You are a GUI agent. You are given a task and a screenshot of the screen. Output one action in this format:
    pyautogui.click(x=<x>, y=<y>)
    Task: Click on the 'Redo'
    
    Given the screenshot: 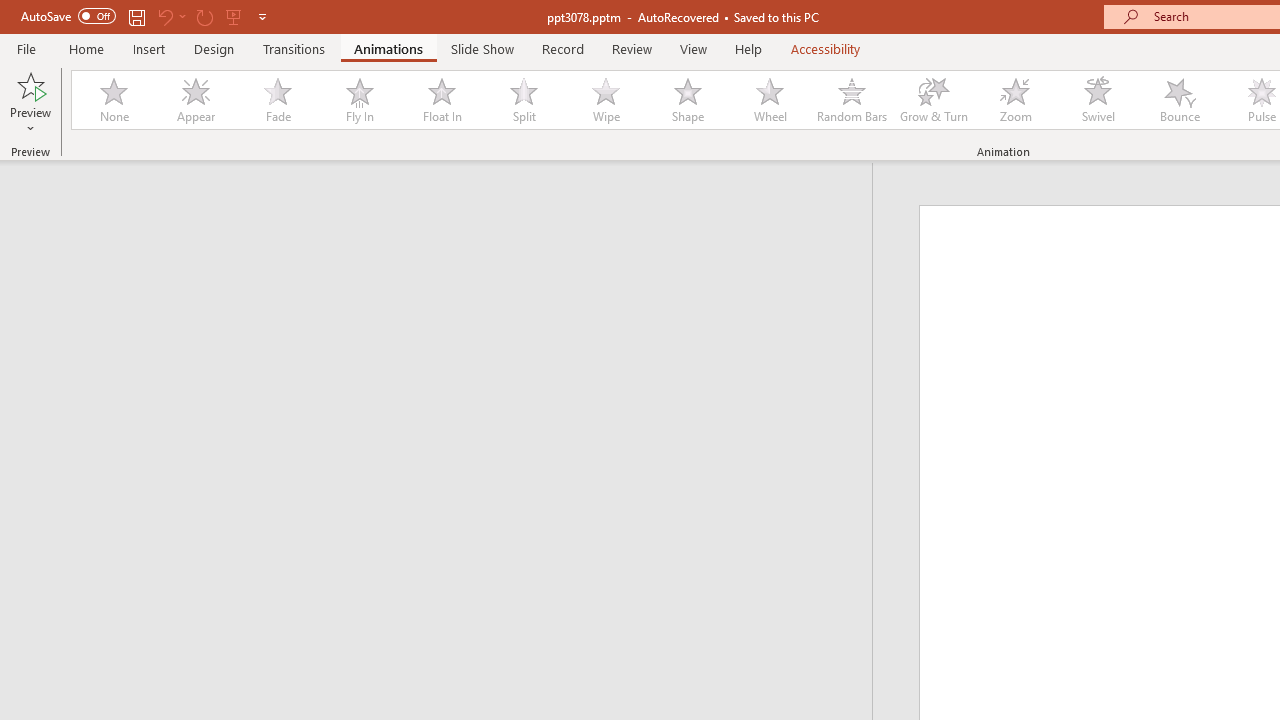 What is the action you would take?
    pyautogui.click(x=204, y=16)
    